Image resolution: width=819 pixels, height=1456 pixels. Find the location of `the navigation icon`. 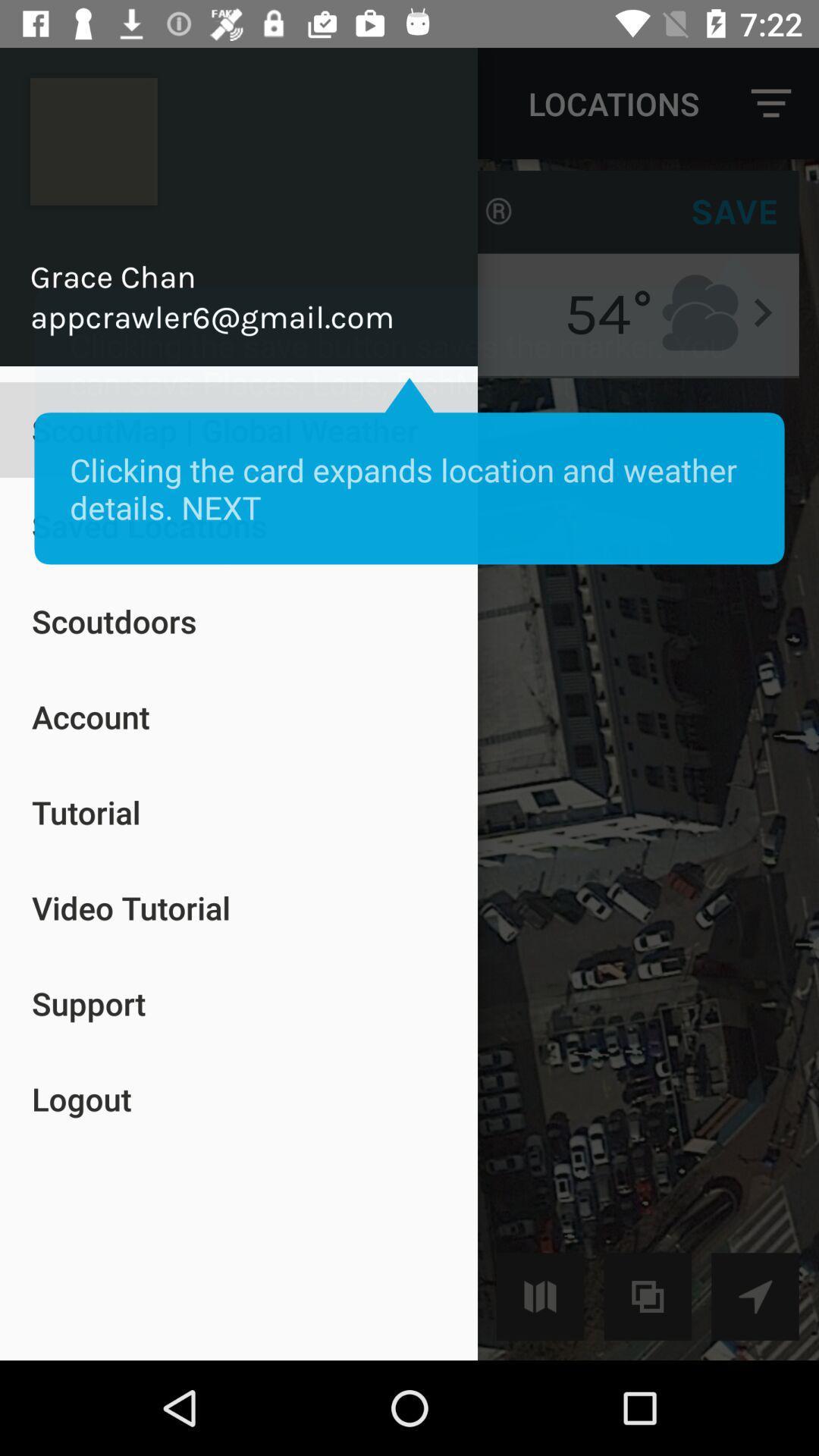

the navigation icon is located at coordinates (755, 1295).